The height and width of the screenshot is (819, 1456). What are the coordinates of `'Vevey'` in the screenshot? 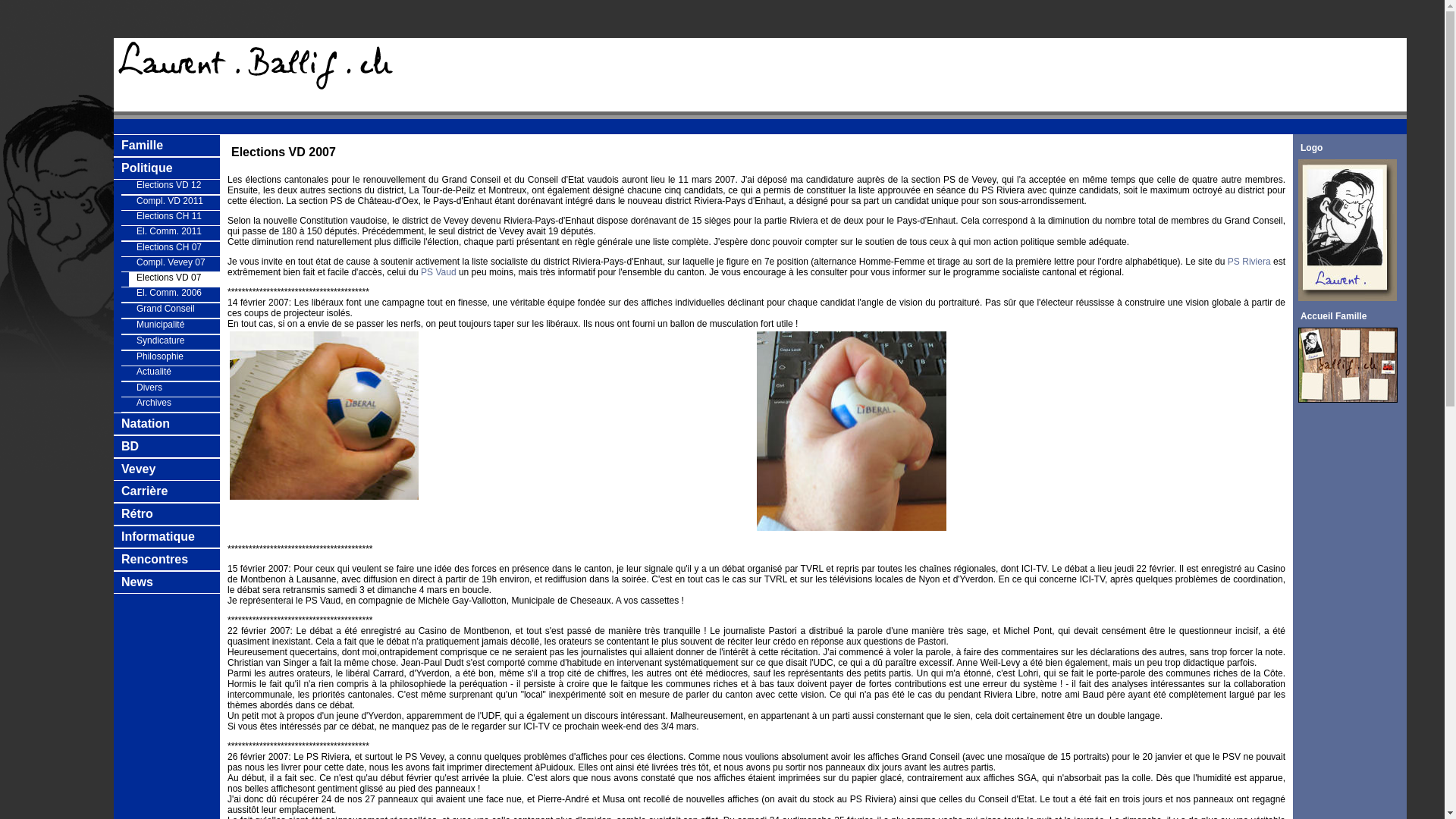 It's located at (171, 468).